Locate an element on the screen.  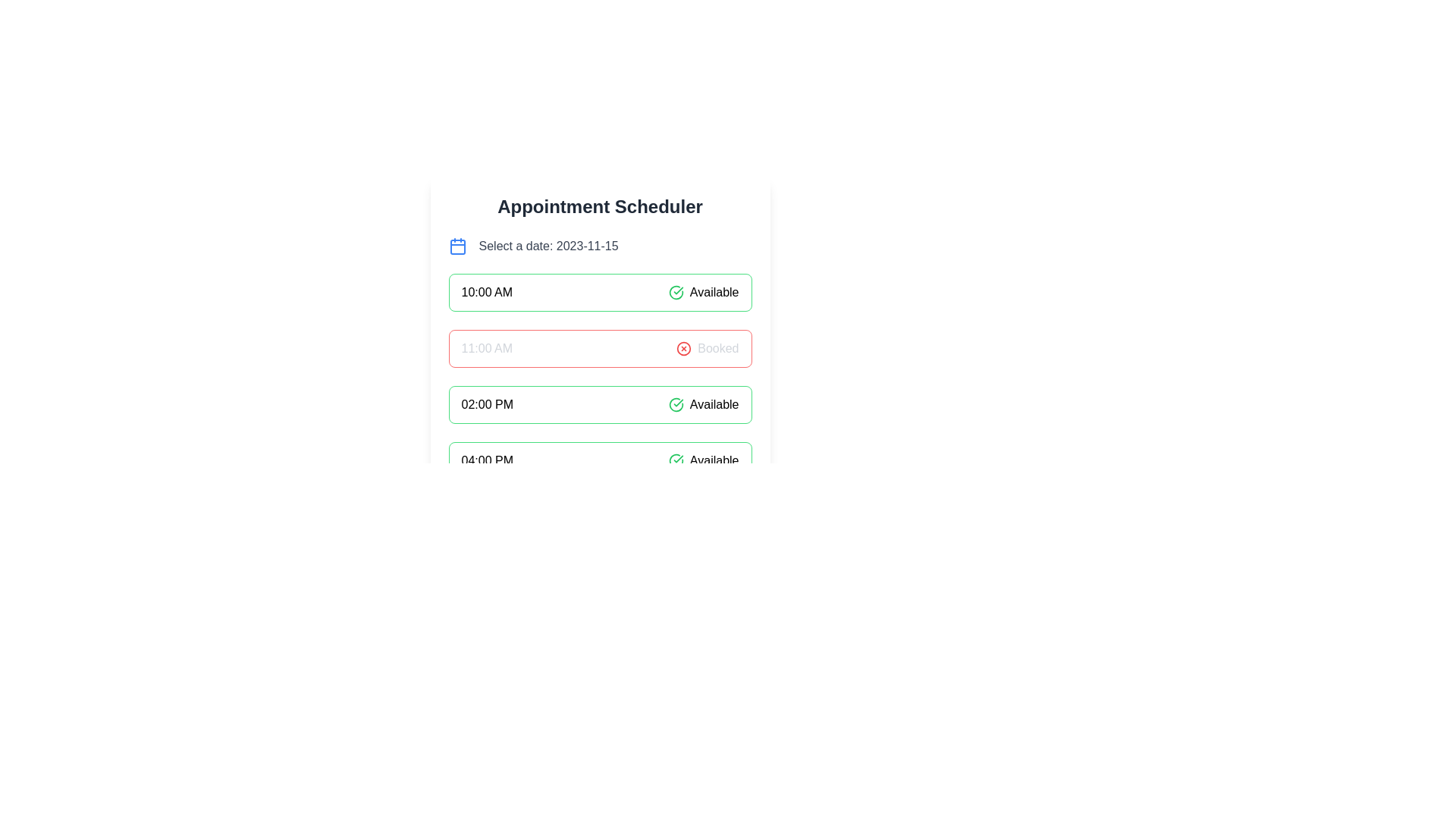
the Status indicator label with an icon and text is located at coordinates (703, 403).